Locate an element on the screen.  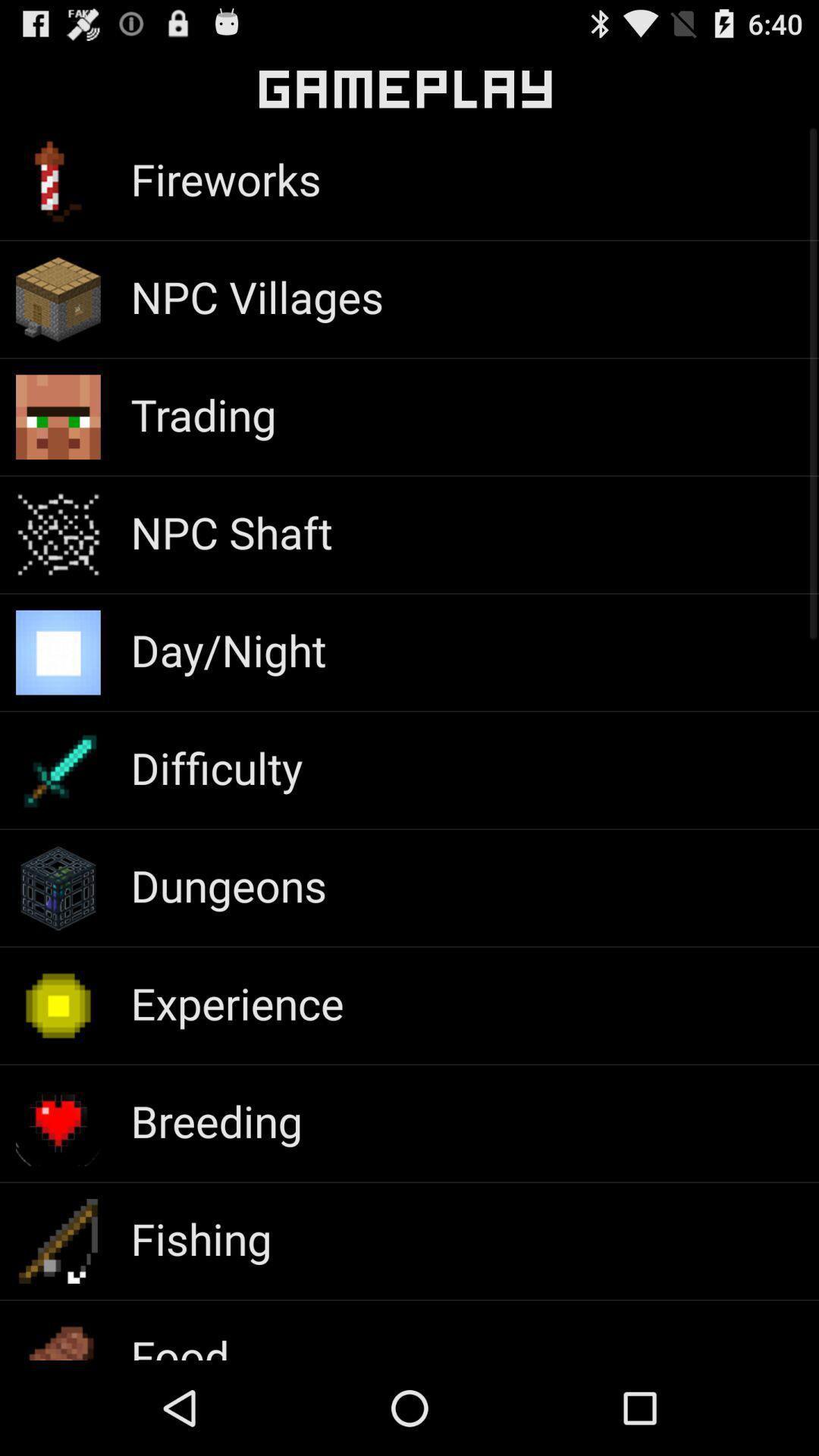
item above npc shaft item is located at coordinates (202, 414).